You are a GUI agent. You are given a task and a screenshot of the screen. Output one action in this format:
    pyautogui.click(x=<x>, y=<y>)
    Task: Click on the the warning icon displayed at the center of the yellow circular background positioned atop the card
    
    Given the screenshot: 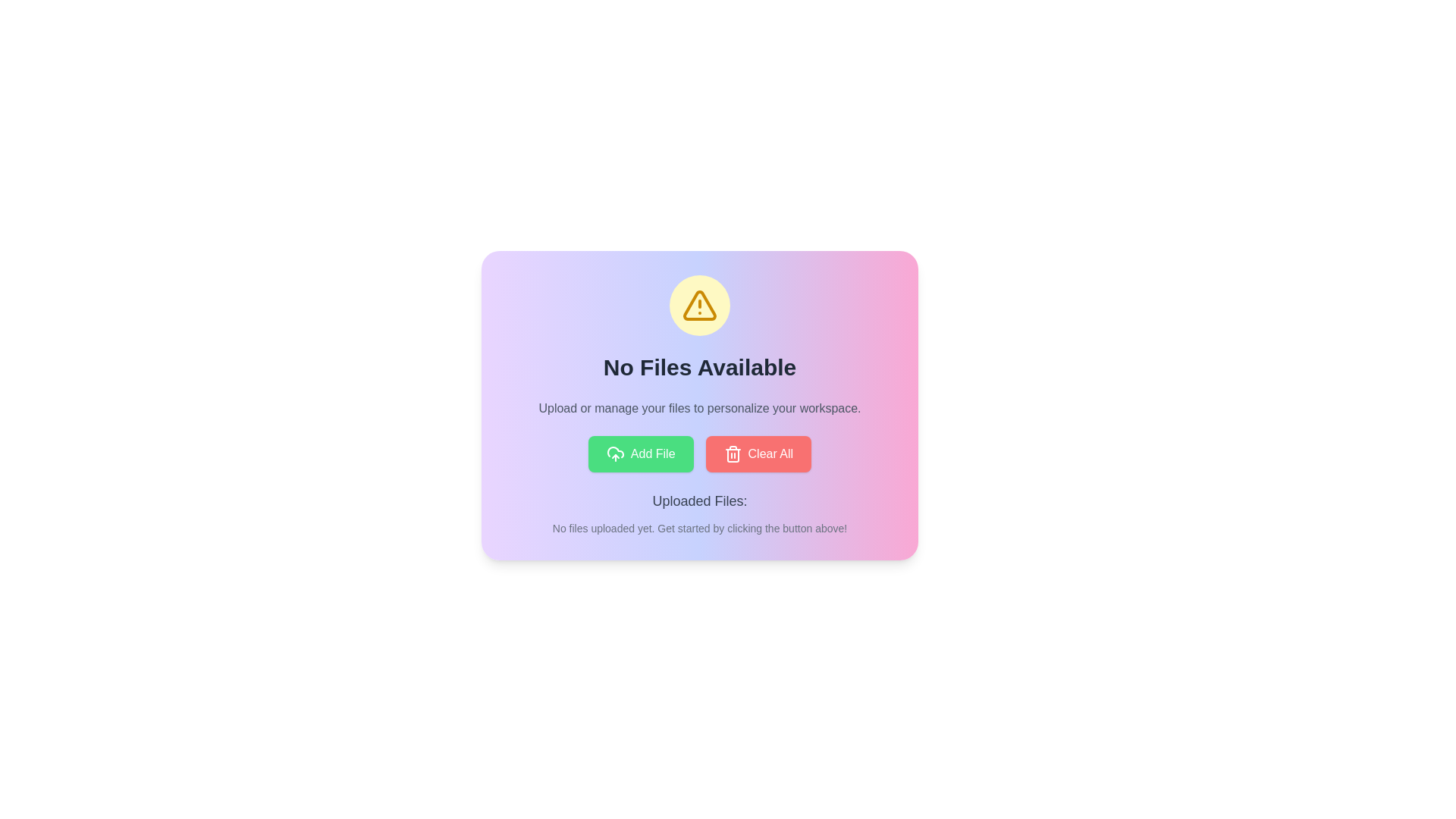 What is the action you would take?
    pyautogui.click(x=698, y=305)
    